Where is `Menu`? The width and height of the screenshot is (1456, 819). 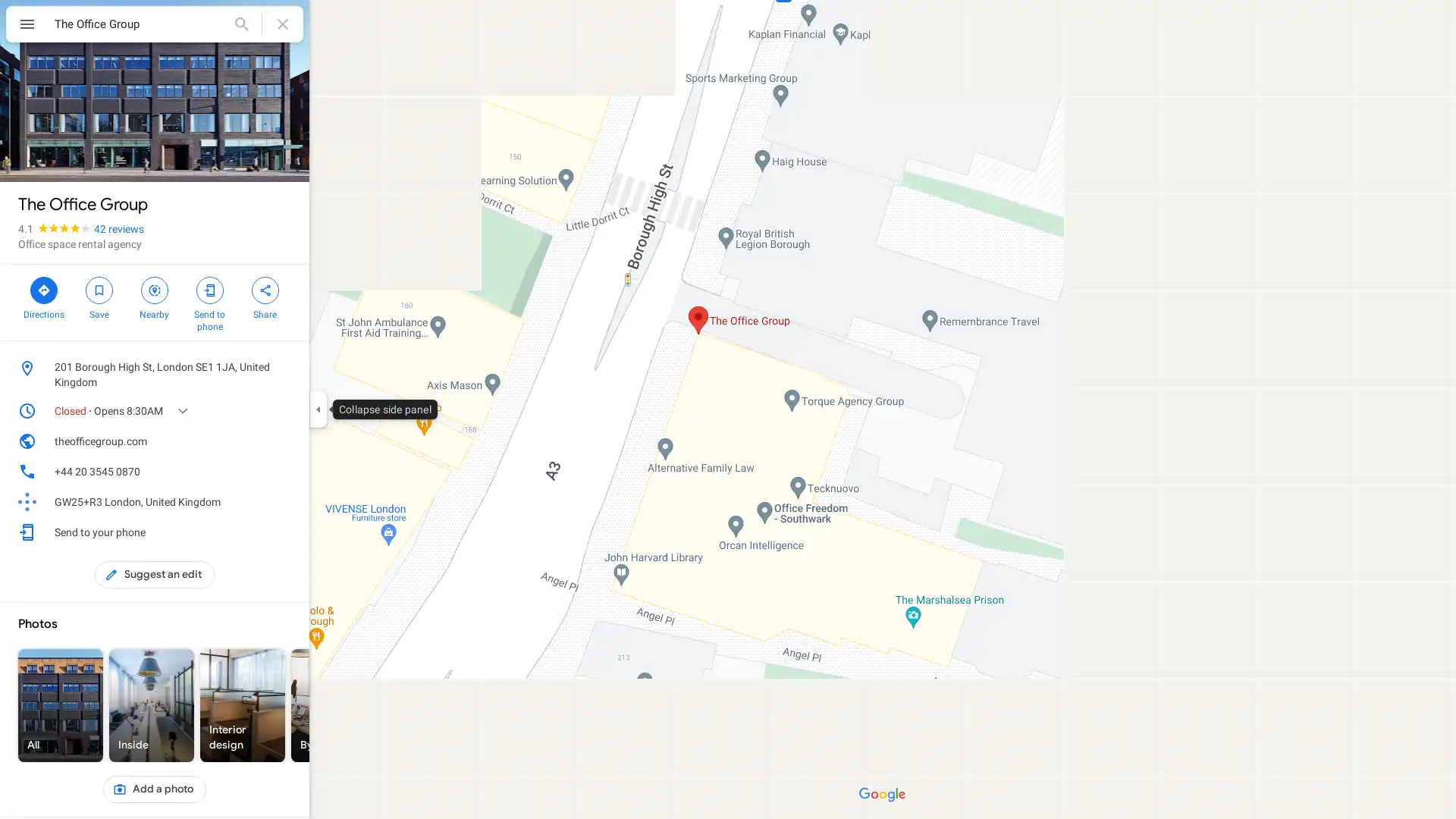 Menu is located at coordinates (27, 26).